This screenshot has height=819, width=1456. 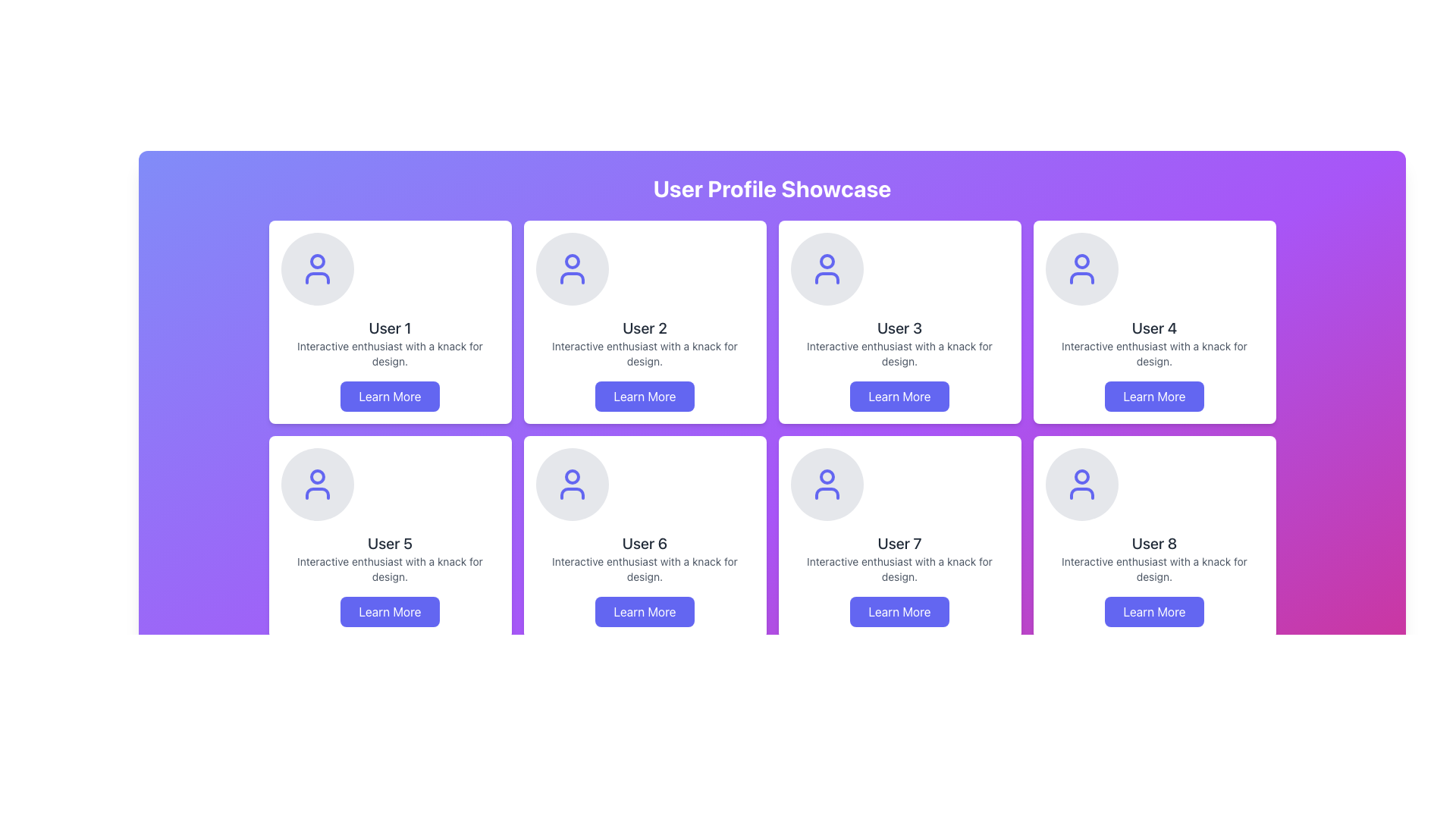 I want to click on the Circle element within the 'User 3' card on the 'User Profile Showcase' page, which serves as a decorative or symbolic addition to the user icon, so click(x=826, y=260).